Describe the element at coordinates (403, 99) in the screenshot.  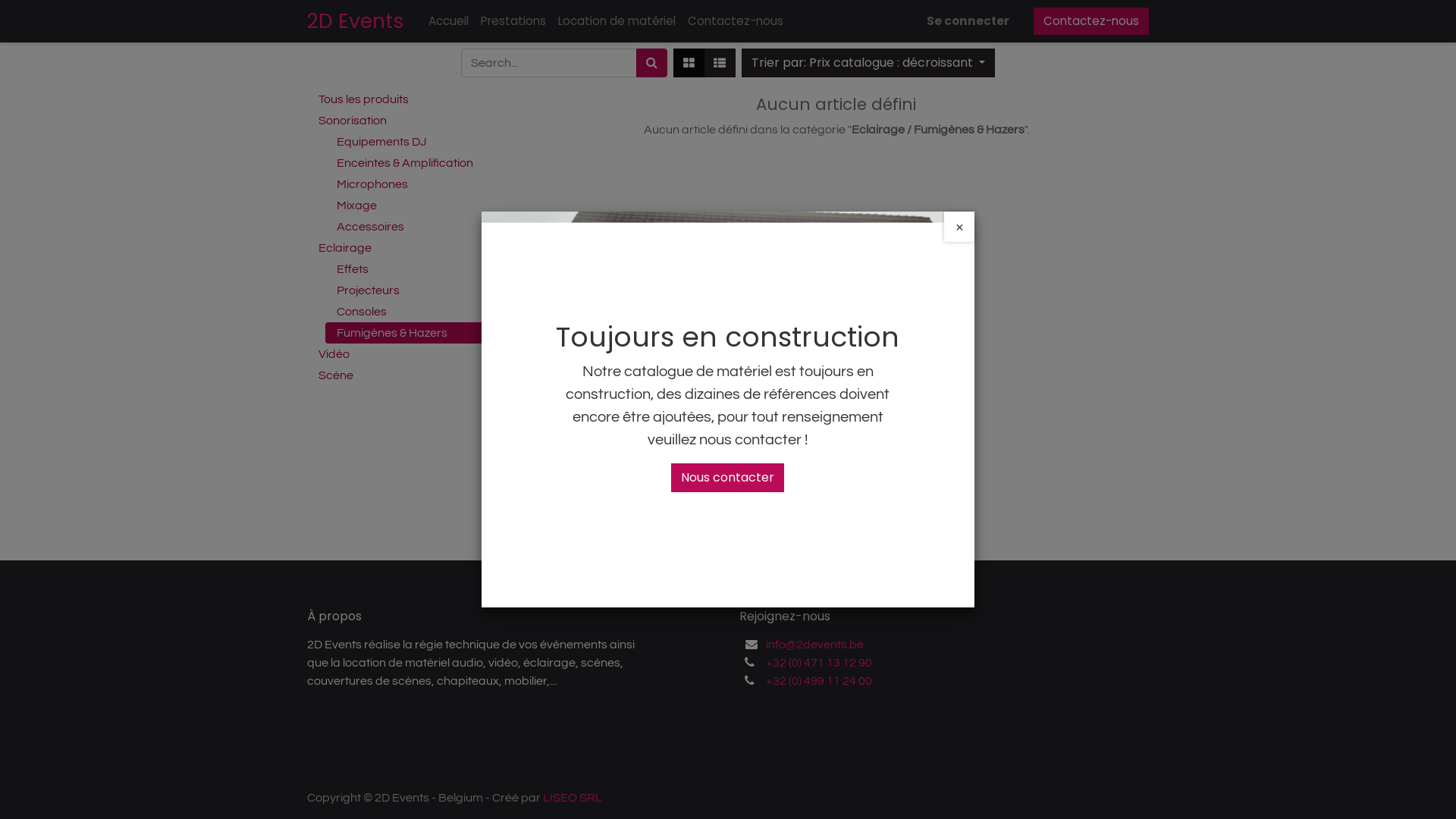
I see `'Tous les produits'` at that location.